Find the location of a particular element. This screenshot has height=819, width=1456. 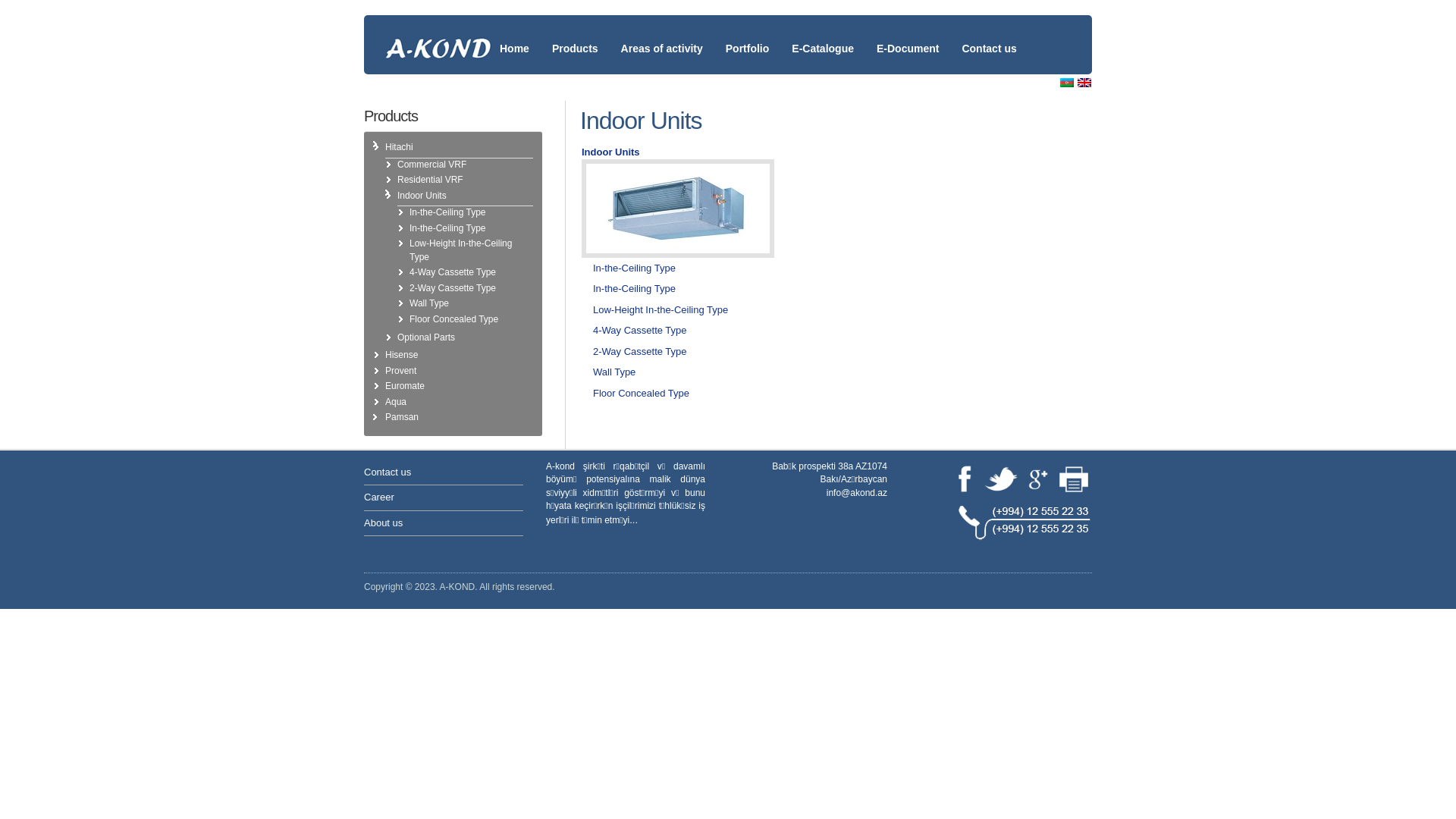

'Floor Concealed Type' is located at coordinates (453, 318).